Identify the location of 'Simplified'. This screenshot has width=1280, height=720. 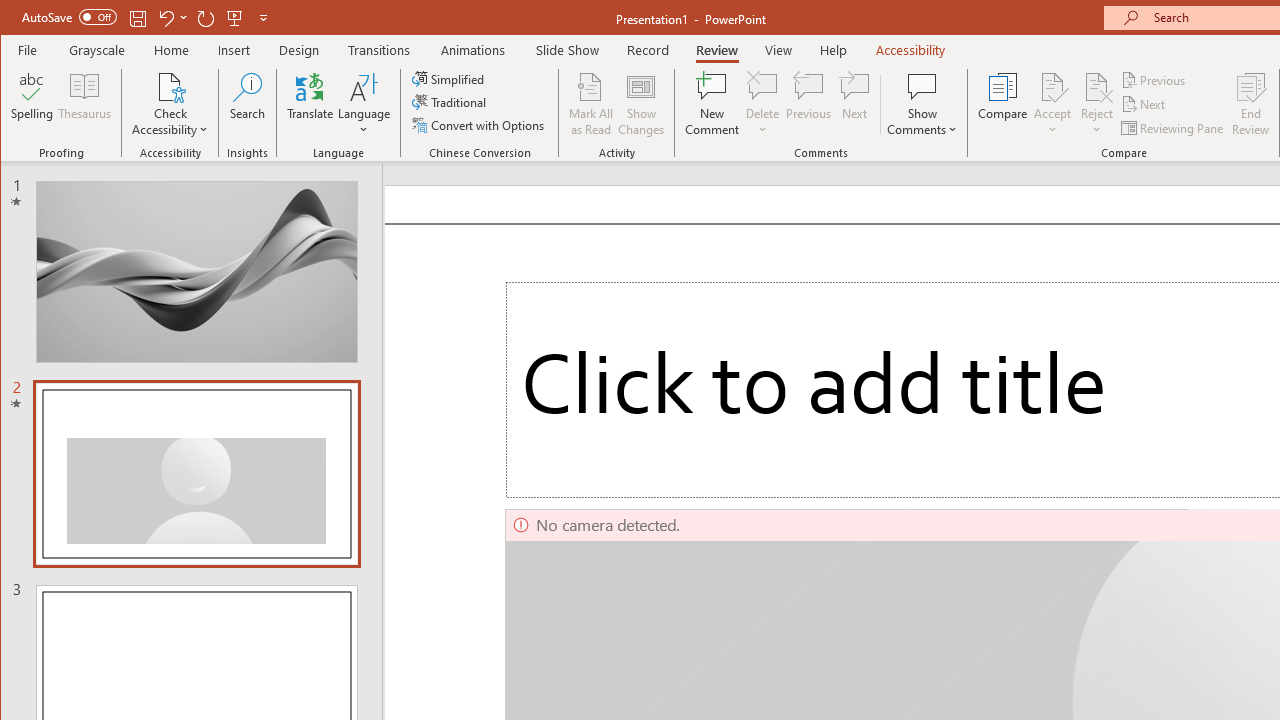
(449, 78).